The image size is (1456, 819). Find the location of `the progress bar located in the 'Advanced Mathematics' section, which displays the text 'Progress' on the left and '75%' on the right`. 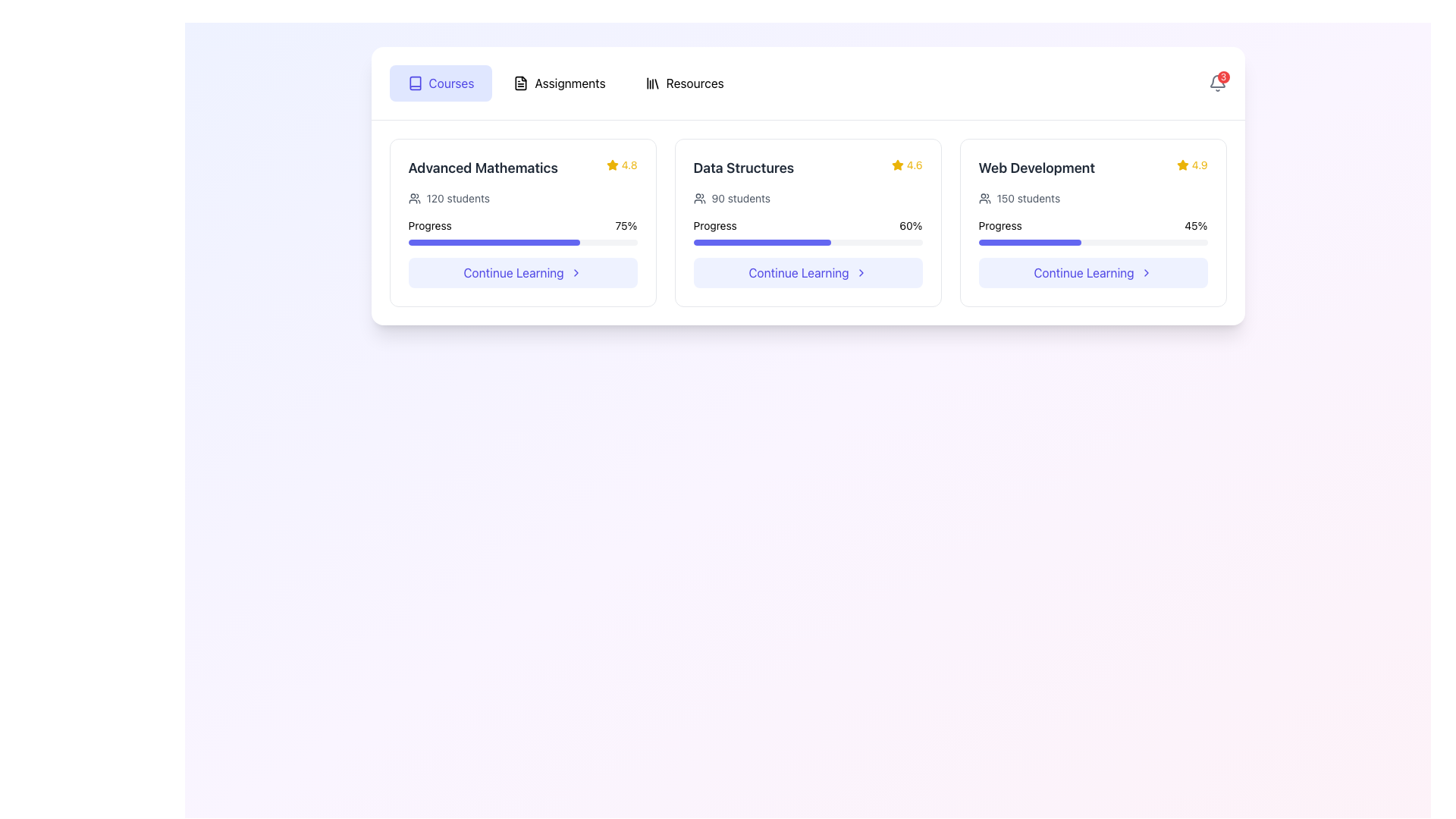

the progress bar located in the 'Advanced Mathematics' section, which displays the text 'Progress' on the left and '75%' on the right is located at coordinates (522, 231).